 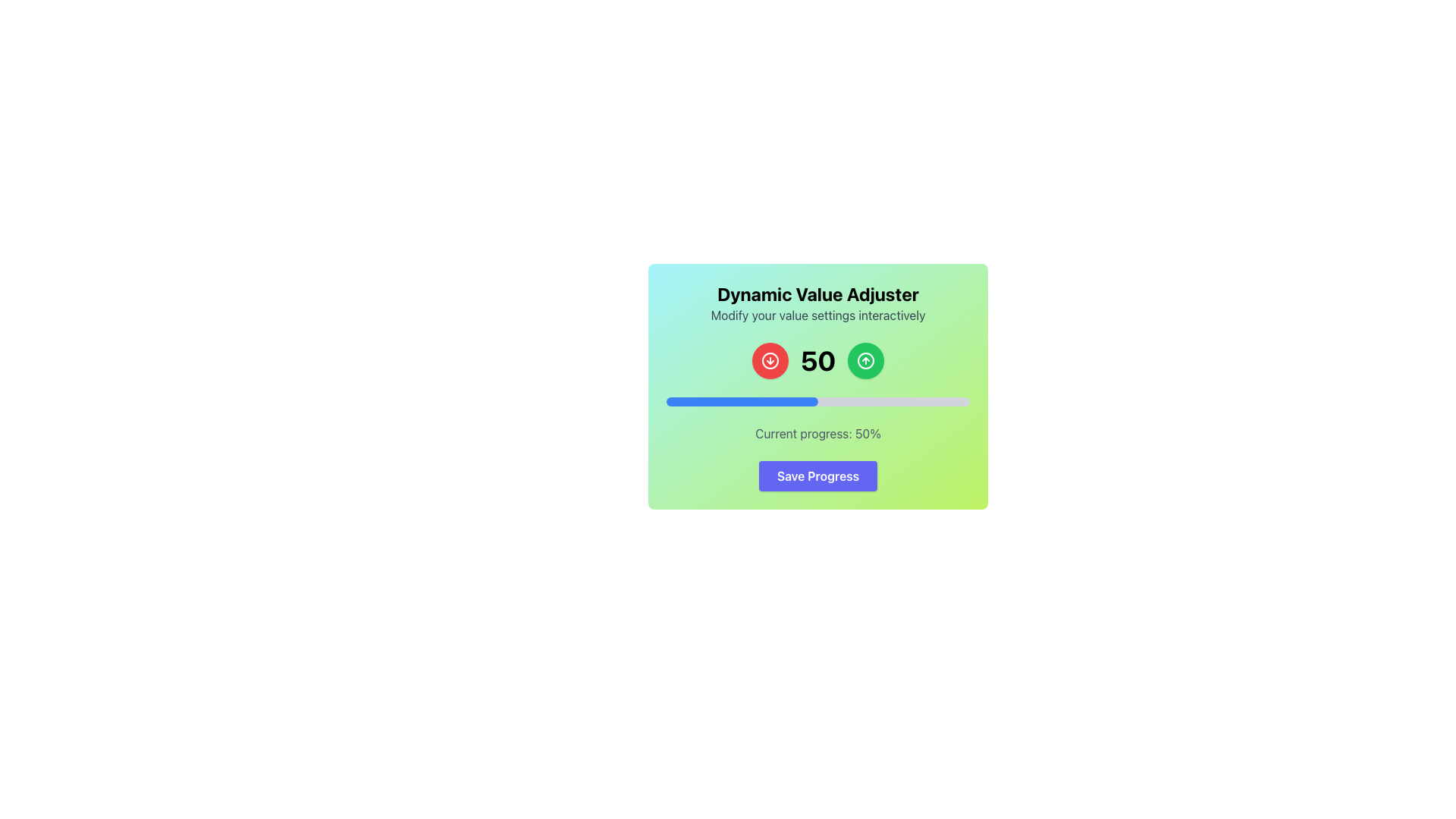 What do you see at coordinates (817, 475) in the screenshot?
I see `the save progress button located beneath the text 'Current progress: 50%'` at bounding box center [817, 475].